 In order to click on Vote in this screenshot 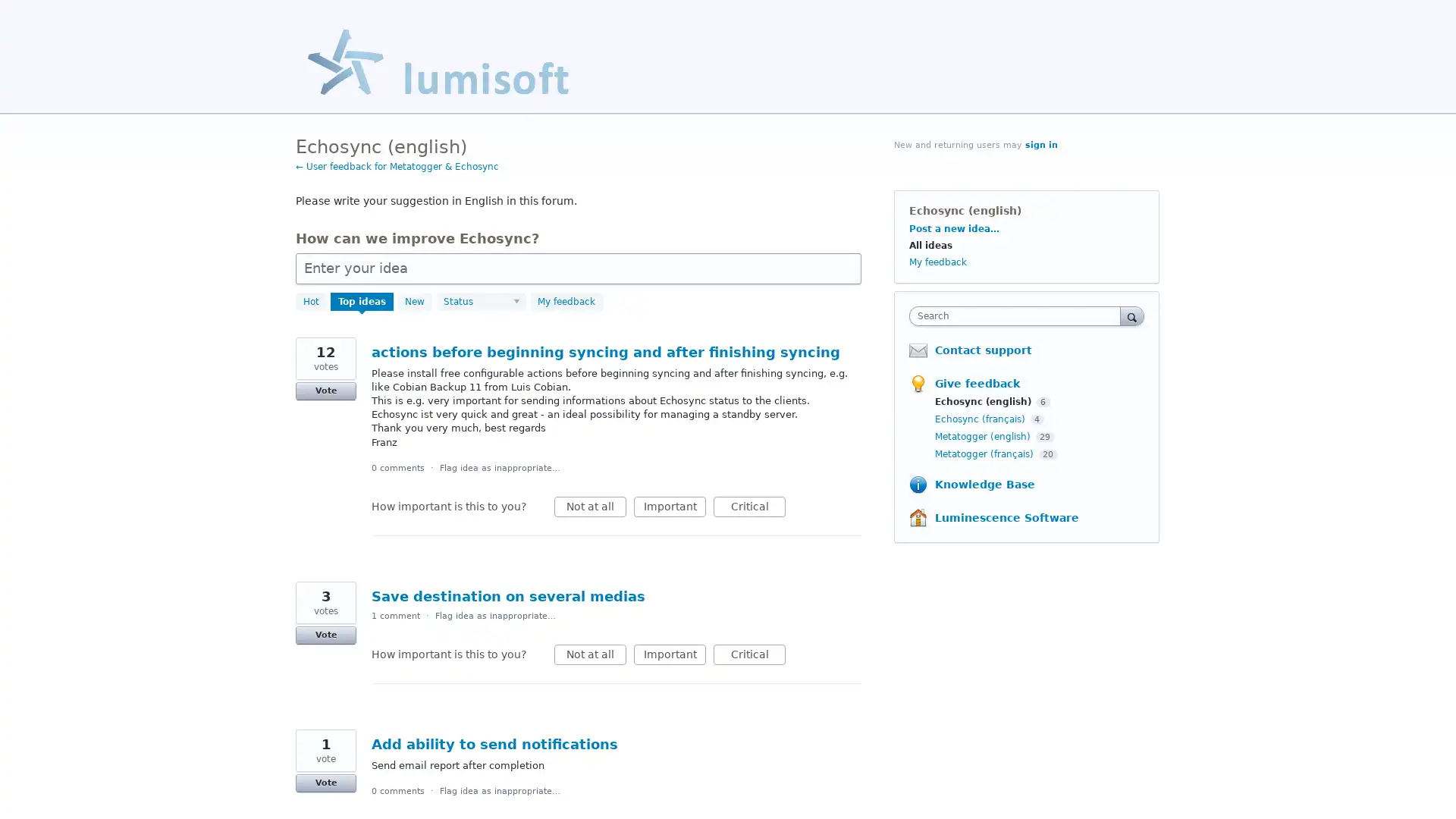, I will do `click(325, 635)`.